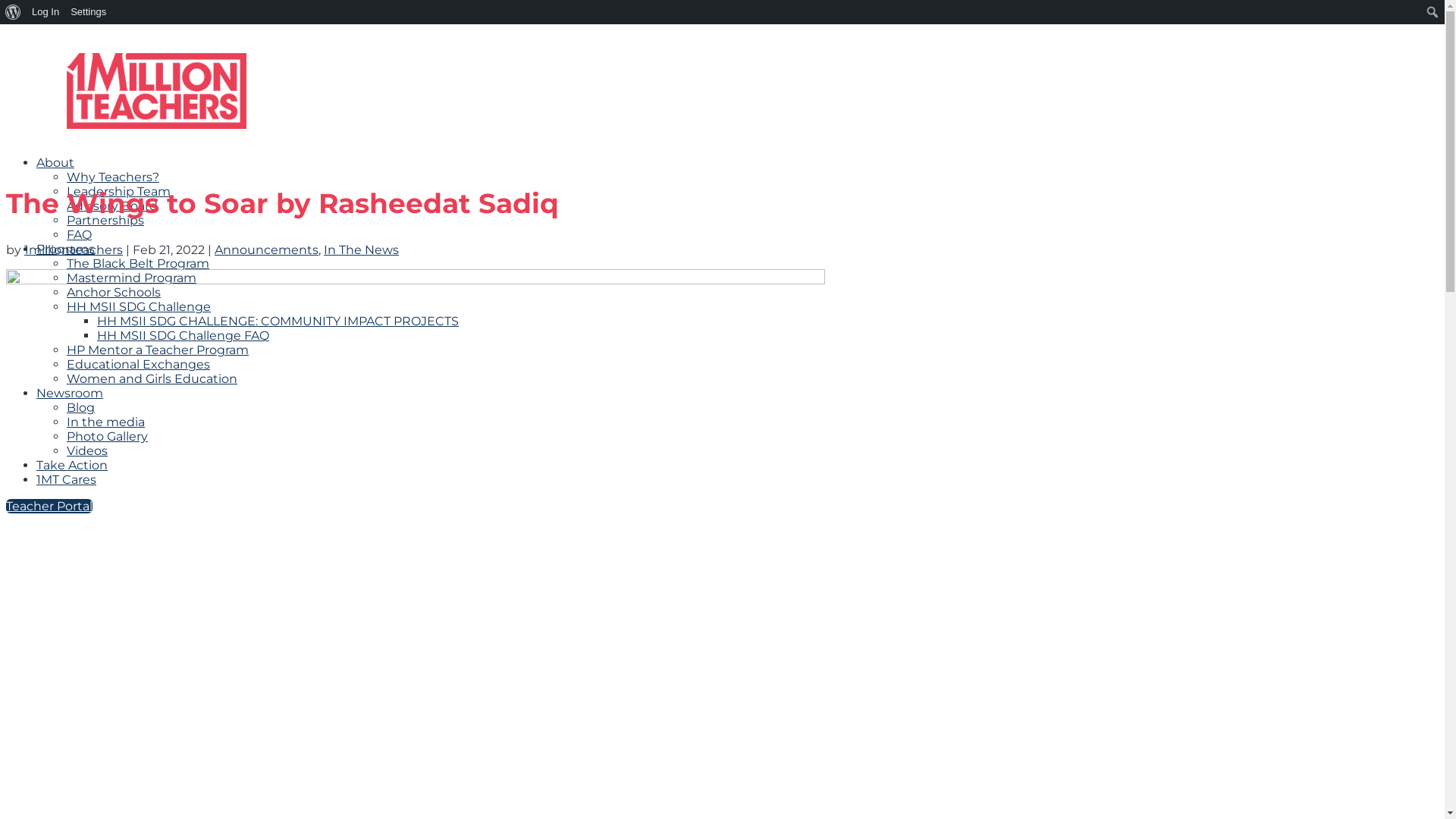  I want to click on 'In The News', so click(360, 249).